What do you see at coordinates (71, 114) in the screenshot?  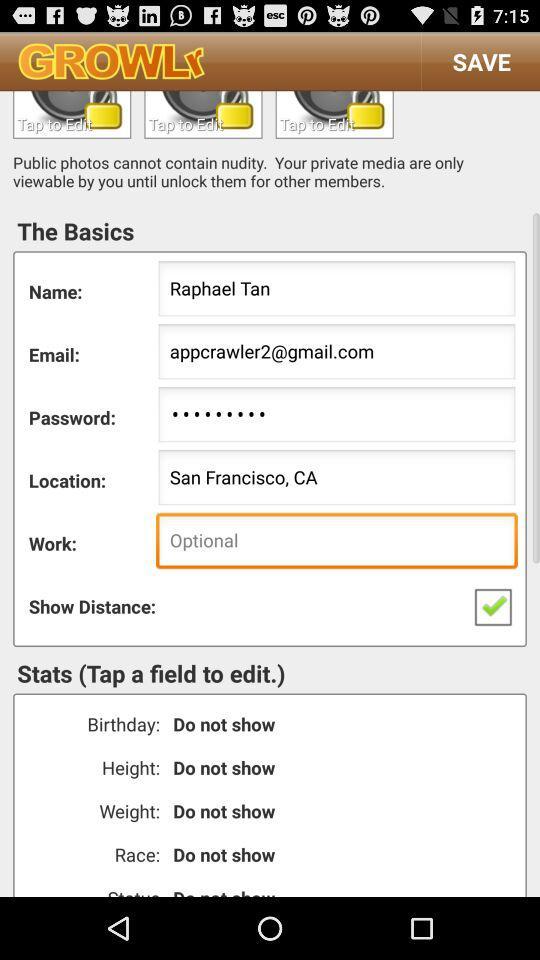 I see `tap to edit` at bounding box center [71, 114].